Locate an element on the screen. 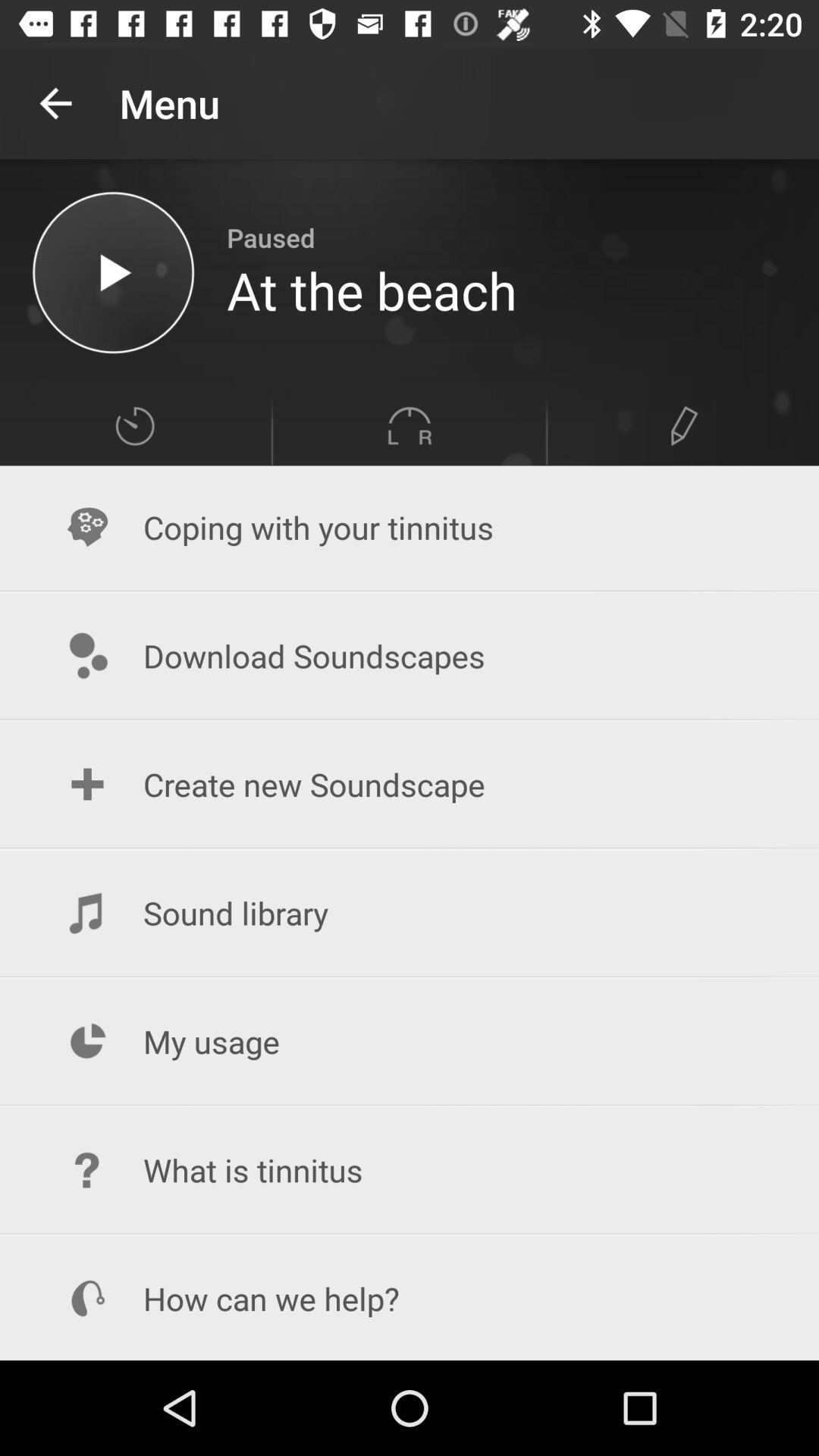  the icon below the at the beach is located at coordinates (684, 425).